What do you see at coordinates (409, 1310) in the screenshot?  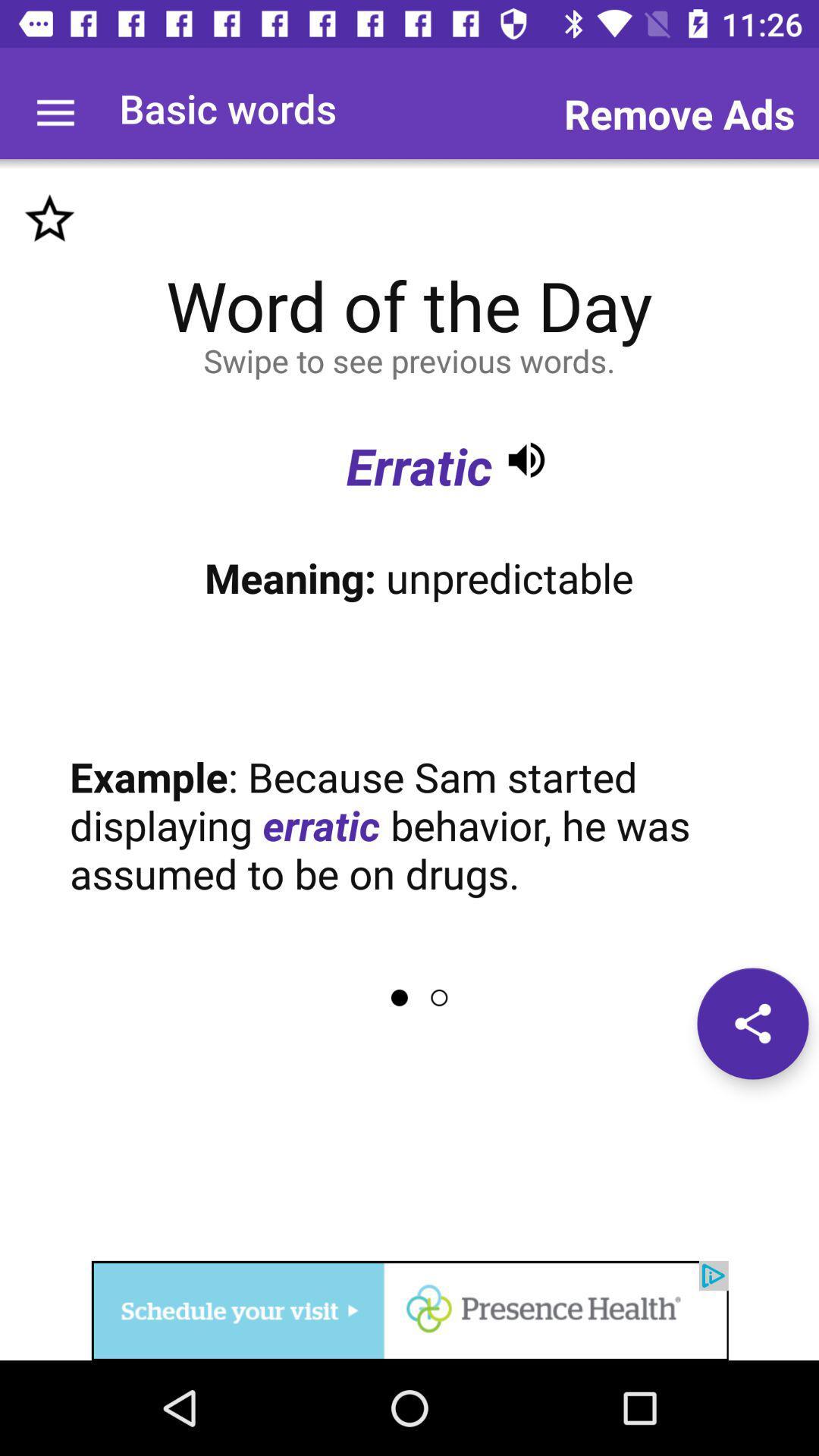 I see `click advertisement` at bounding box center [409, 1310].